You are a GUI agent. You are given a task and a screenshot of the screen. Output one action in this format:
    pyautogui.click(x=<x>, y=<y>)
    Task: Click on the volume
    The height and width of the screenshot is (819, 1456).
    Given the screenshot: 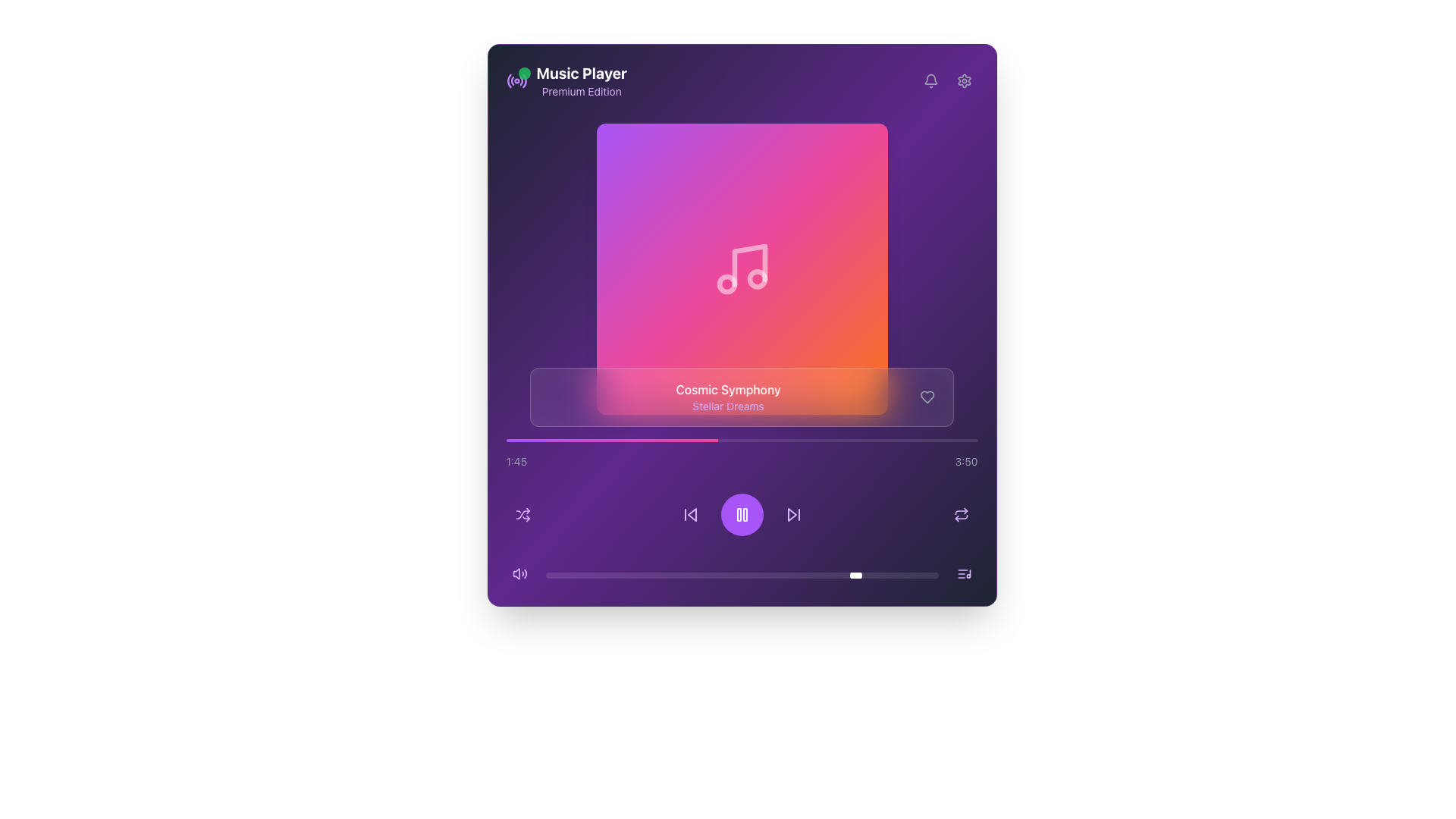 What is the action you would take?
    pyautogui.click(x=847, y=576)
    